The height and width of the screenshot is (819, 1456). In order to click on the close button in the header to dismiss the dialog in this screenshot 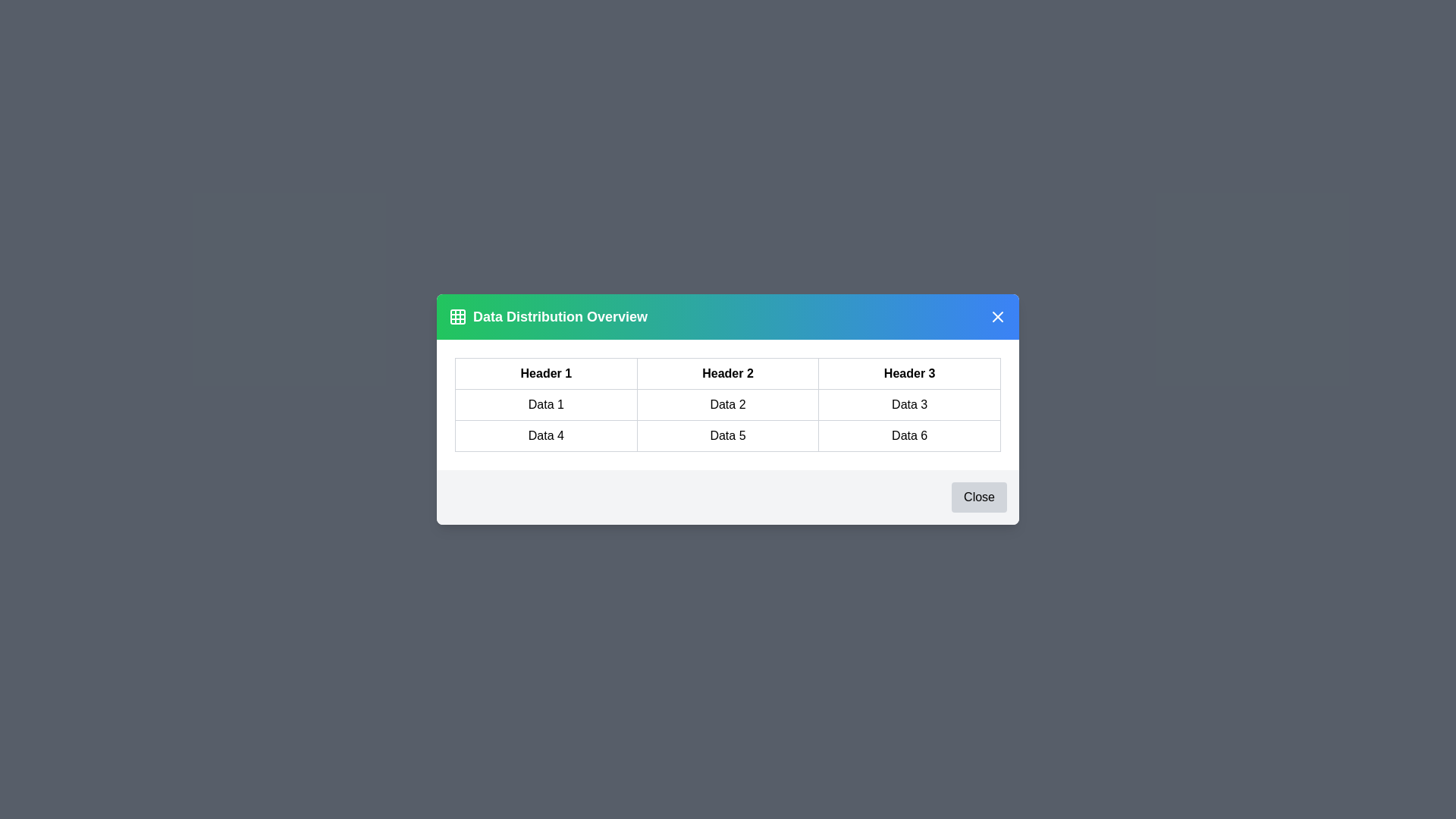, I will do `click(997, 315)`.